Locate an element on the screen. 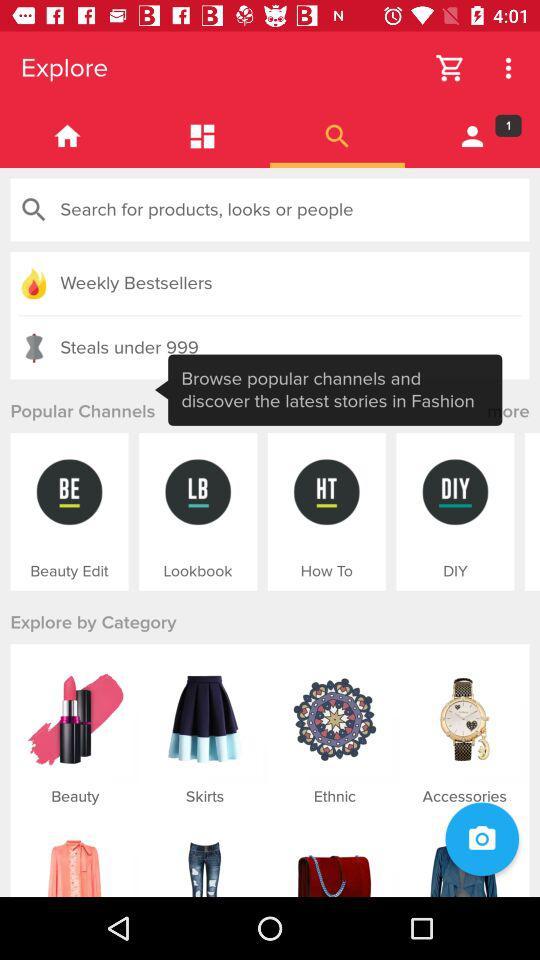 The height and width of the screenshot is (960, 540). show galery is located at coordinates (202, 135).